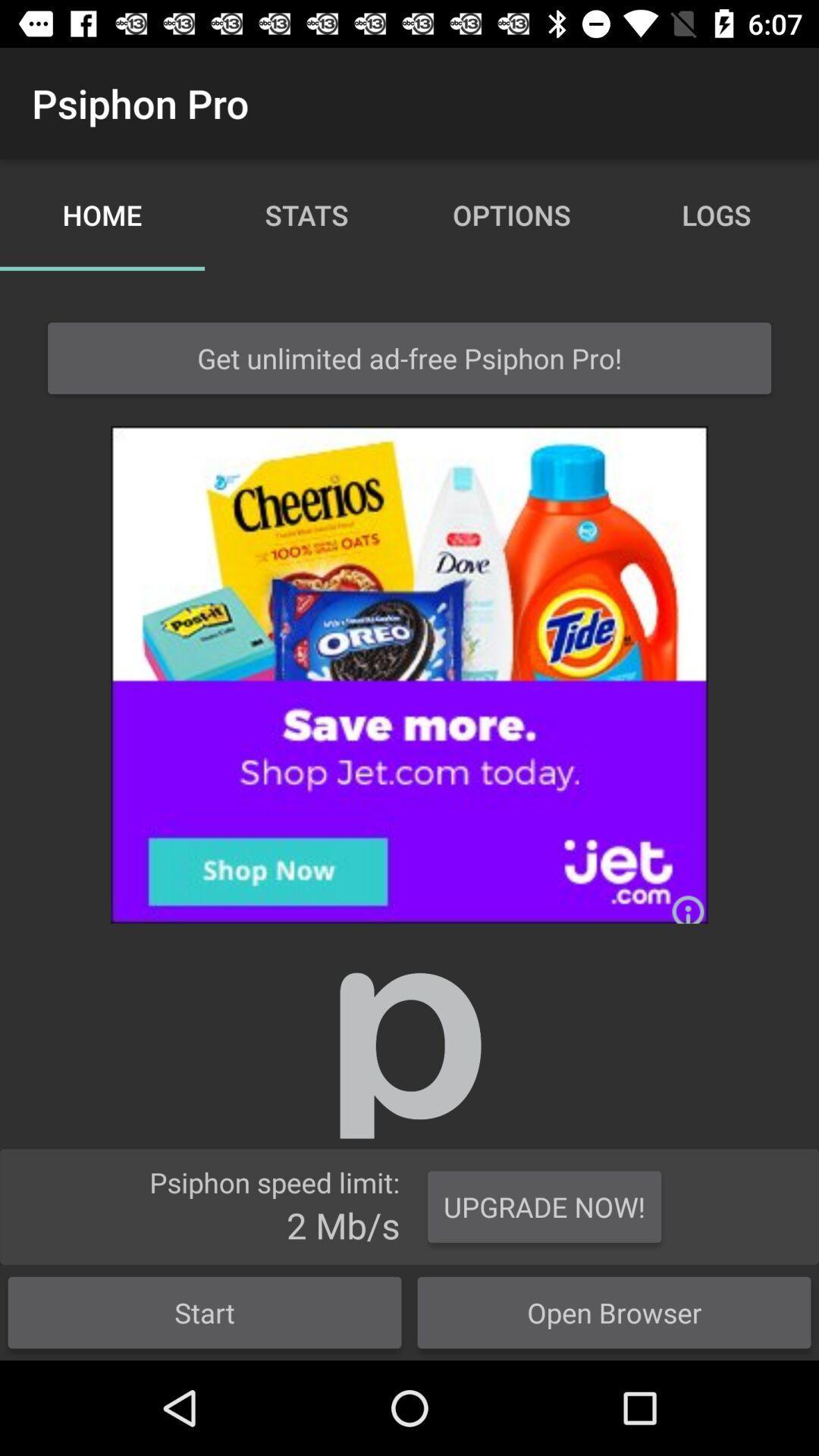  I want to click on the icon open browser, so click(614, 1312).